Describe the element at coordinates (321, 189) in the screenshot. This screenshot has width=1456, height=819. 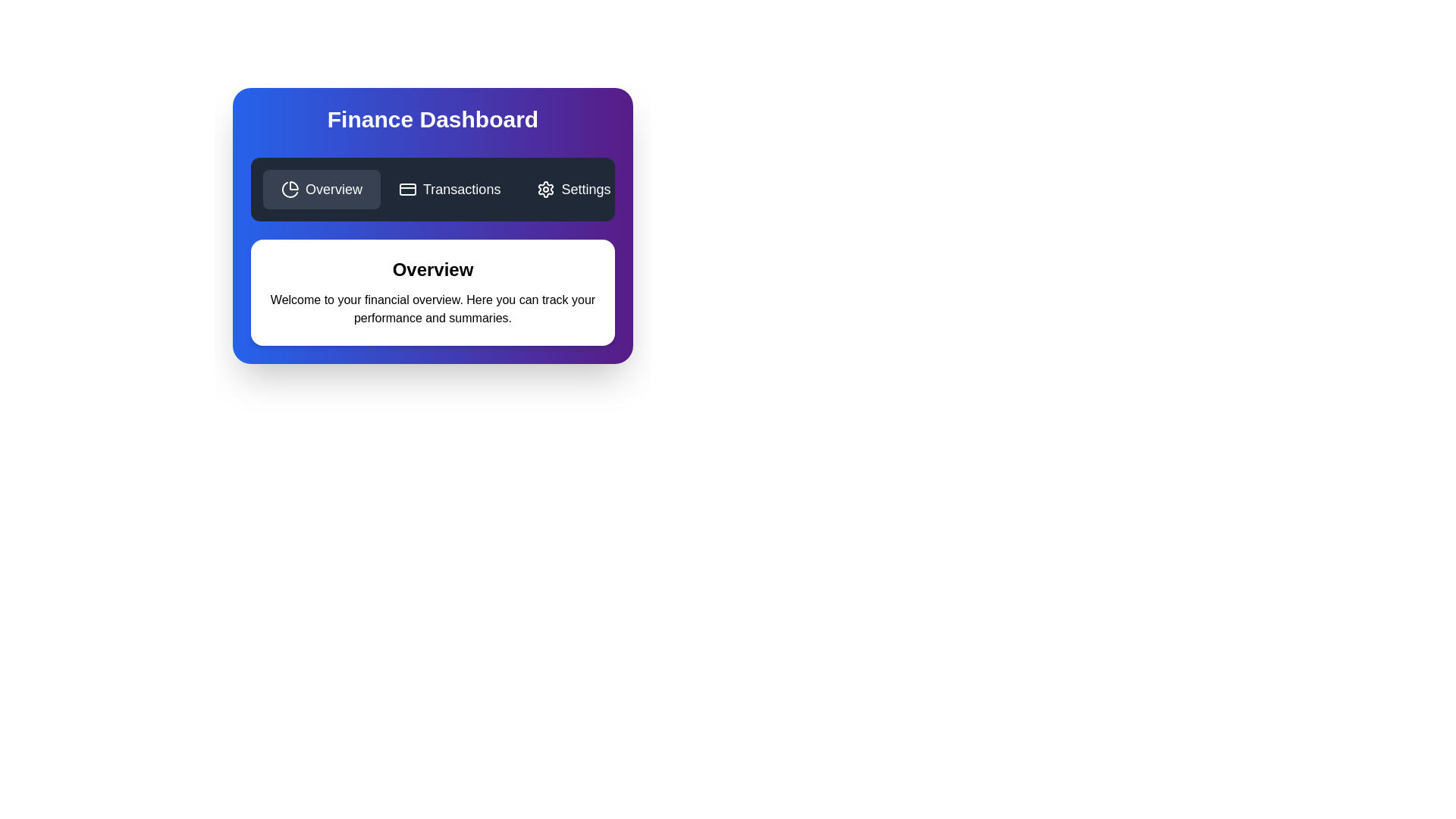
I see `the 'Overview' button, which is the first button in a horizontal group at the top of the dashboard section, featuring white text and a pie chart icon on a dark background` at that location.